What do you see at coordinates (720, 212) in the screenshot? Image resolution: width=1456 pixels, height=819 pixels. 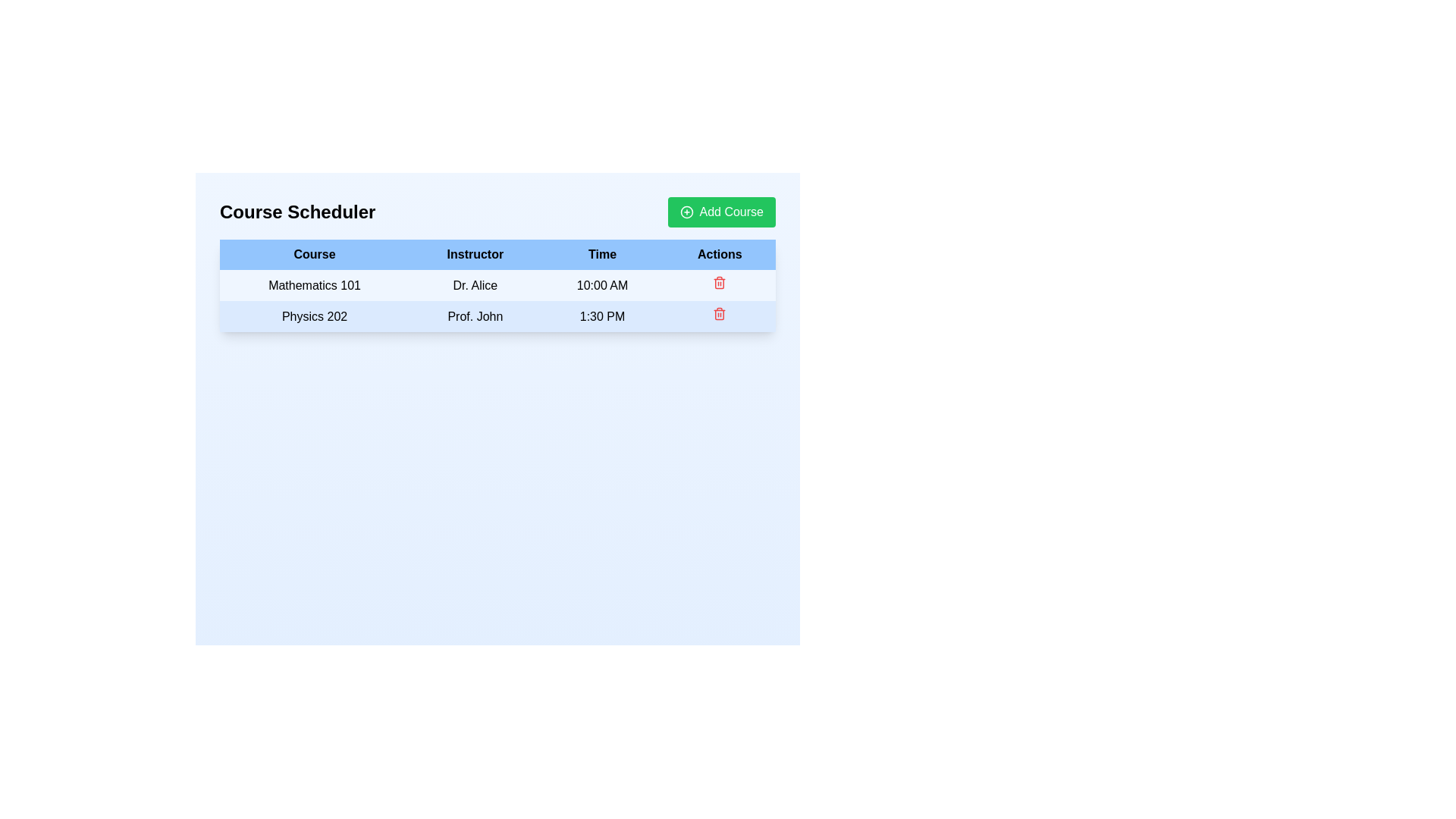 I see `the button in the upper-right corner of the 'Course Scheduler' section` at bounding box center [720, 212].